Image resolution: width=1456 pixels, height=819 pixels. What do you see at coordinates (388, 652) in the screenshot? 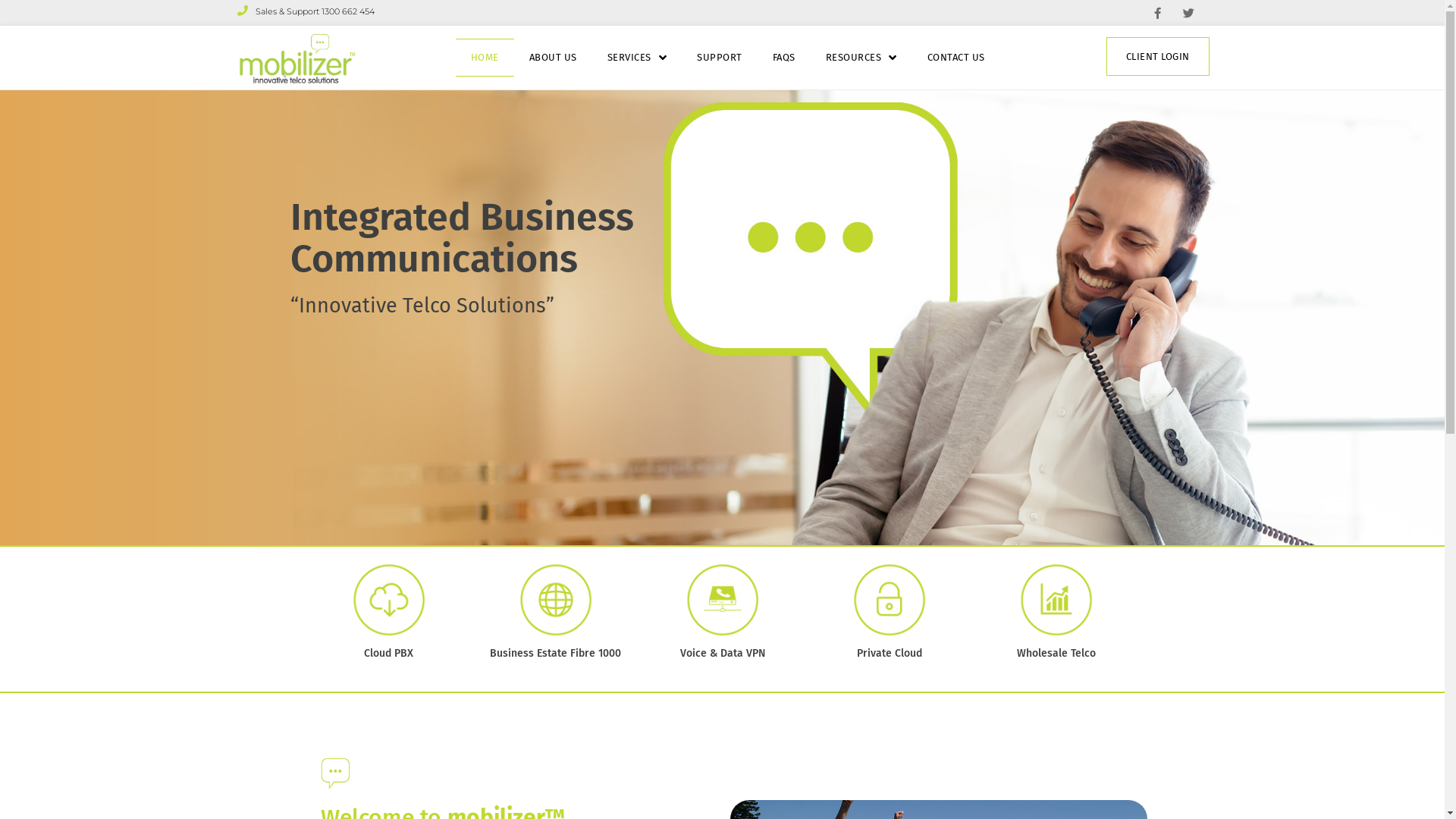
I see `'Cloud PBX'` at bounding box center [388, 652].